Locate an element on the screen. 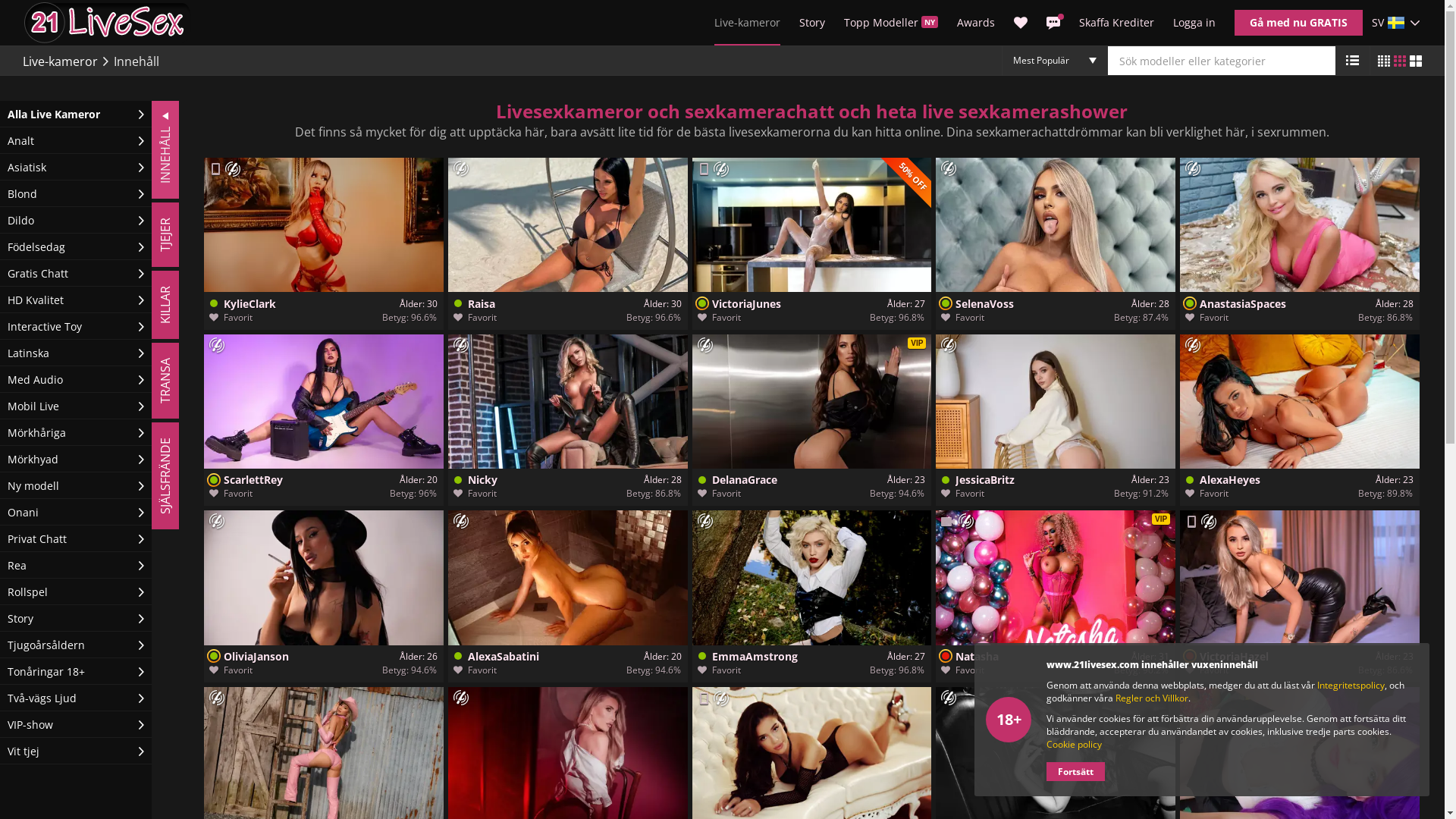  'Live-kameror' is located at coordinates (60, 61).